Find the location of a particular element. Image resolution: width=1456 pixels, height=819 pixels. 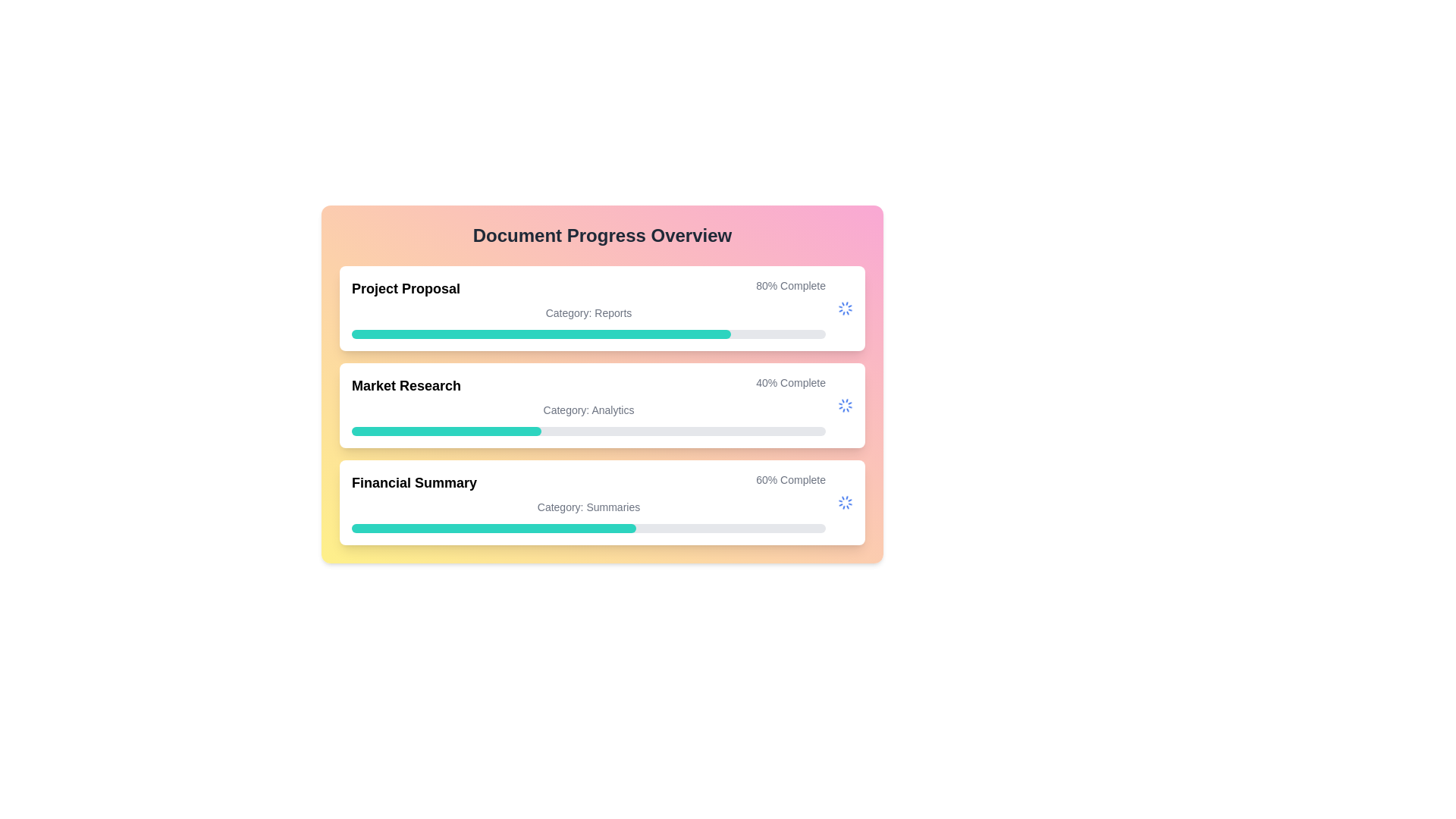

'Category: Analytics' text label, which is centrally located beneath the '40% Complete' text and above the progress bar in the 'Market Research' section is located at coordinates (588, 409).